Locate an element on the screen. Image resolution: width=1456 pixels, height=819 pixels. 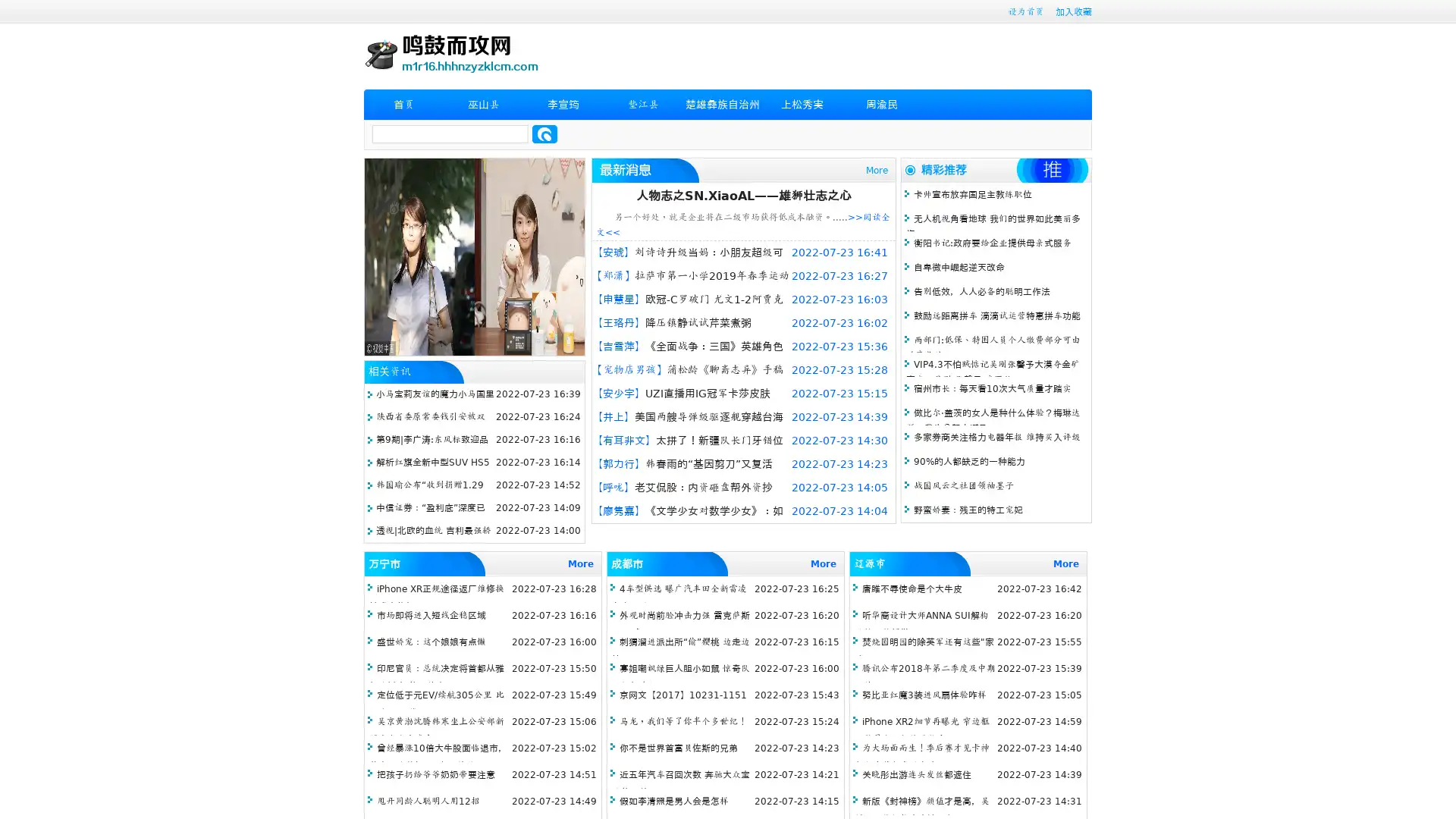
Search is located at coordinates (544, 133).